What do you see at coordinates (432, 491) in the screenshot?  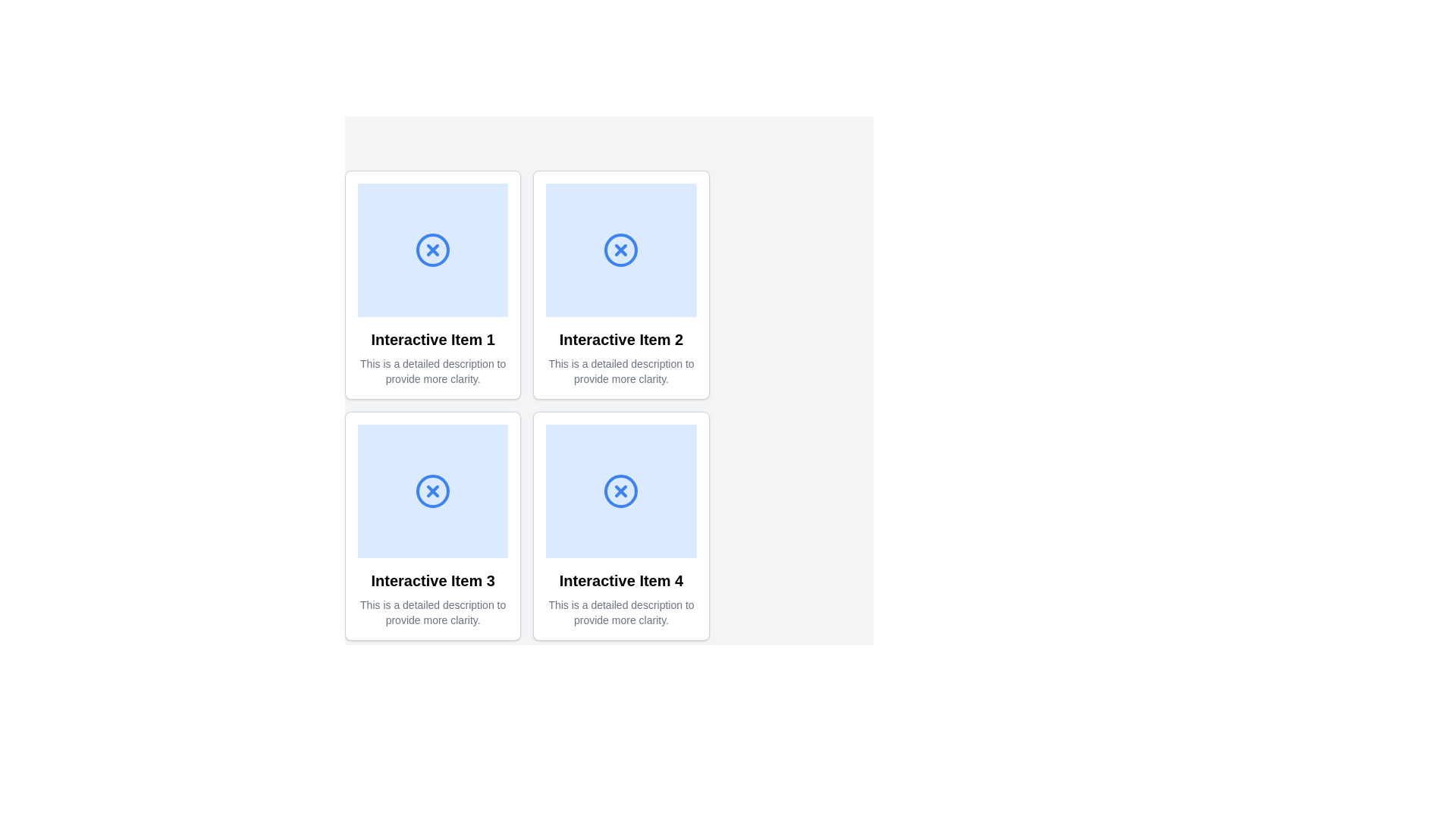 I see `the circular outline with a cross ('X') icon in the center, which is part of the 'Interactive Item 3' card located in the top row of the grid` at bounding box center [432, 491].